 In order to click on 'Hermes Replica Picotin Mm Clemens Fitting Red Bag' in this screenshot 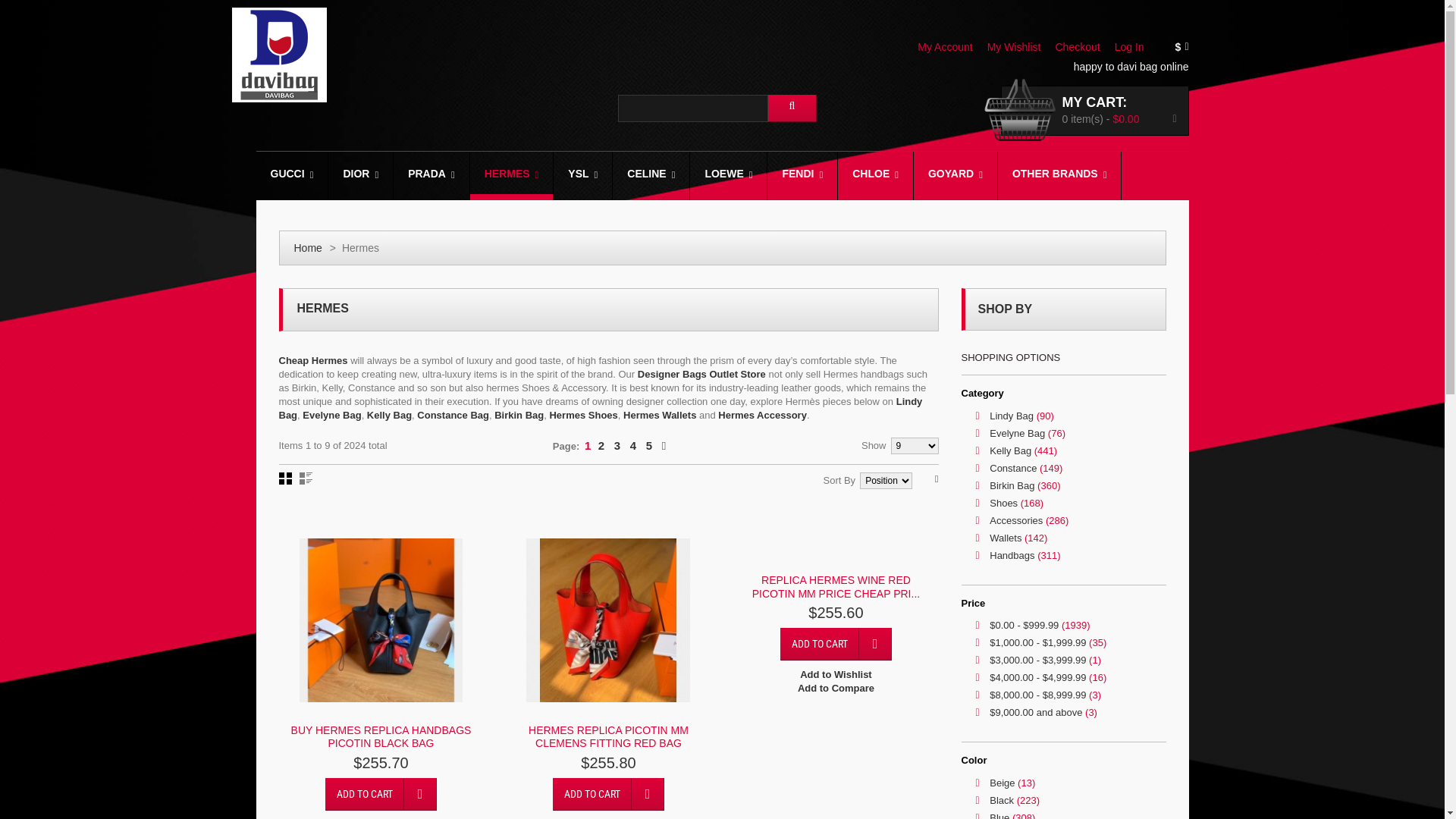, I will do `click(607, 620)`.